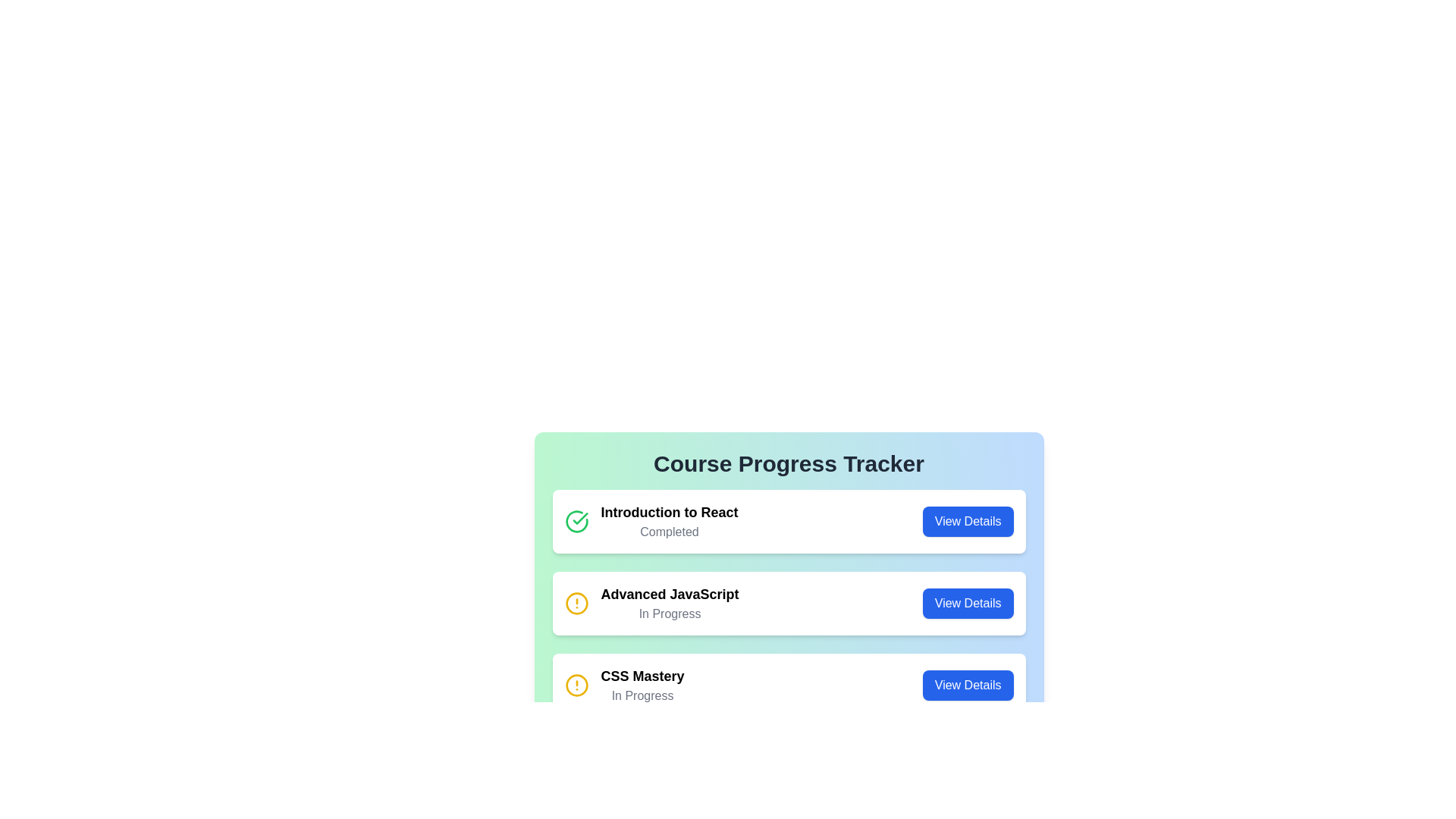 This screenshot has height=819, width=1456. What do you see at coordinates (789, 463) in the screenshot?
I see `text label that serves as a header for tracking course progress, located centrally above the list of course progress entries` at bounding box center [789, 463].